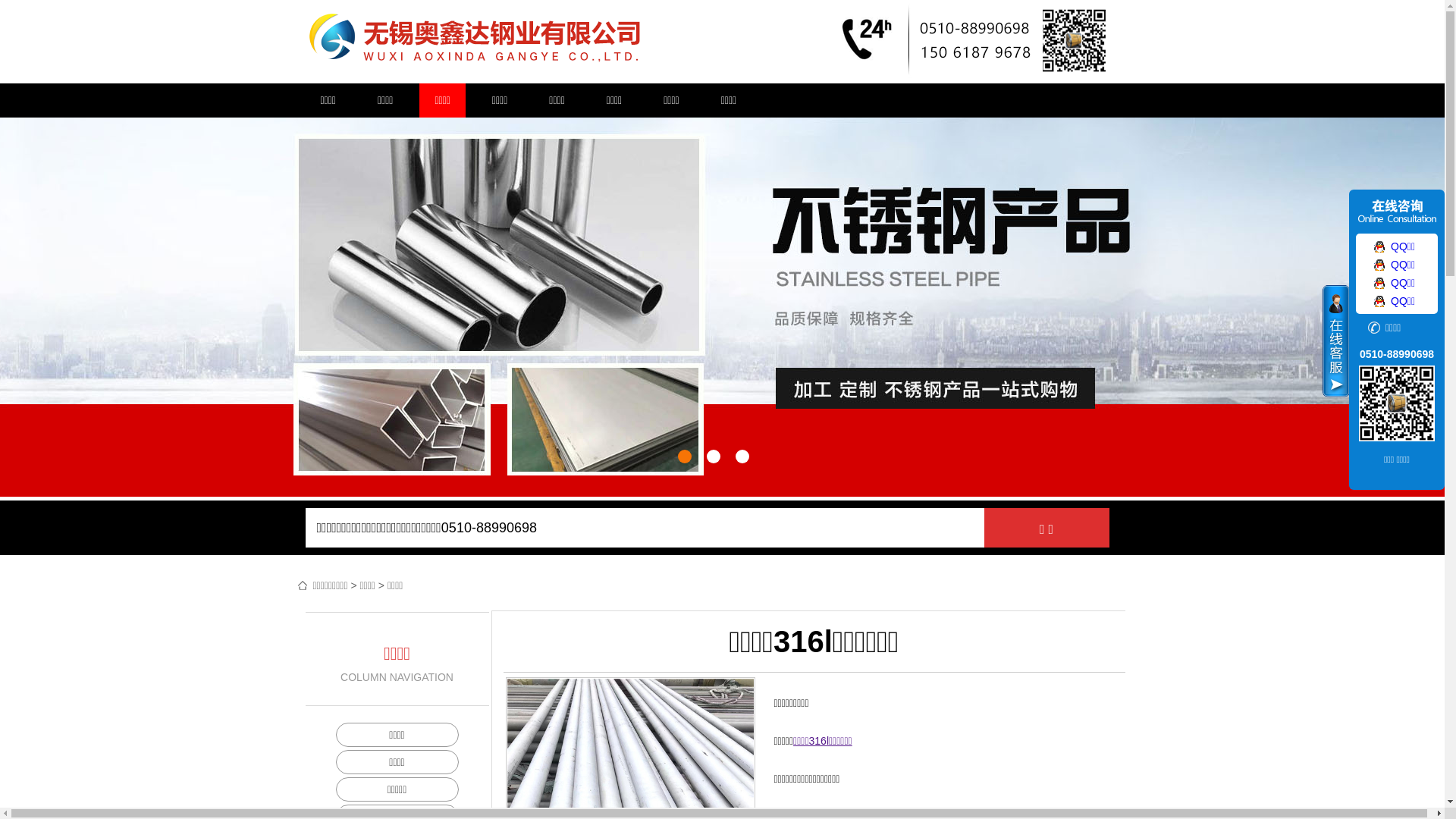  What do you see at coordinates (683, 455) in the screenshot?
I see `'1'` at bounding box center [683, 455].